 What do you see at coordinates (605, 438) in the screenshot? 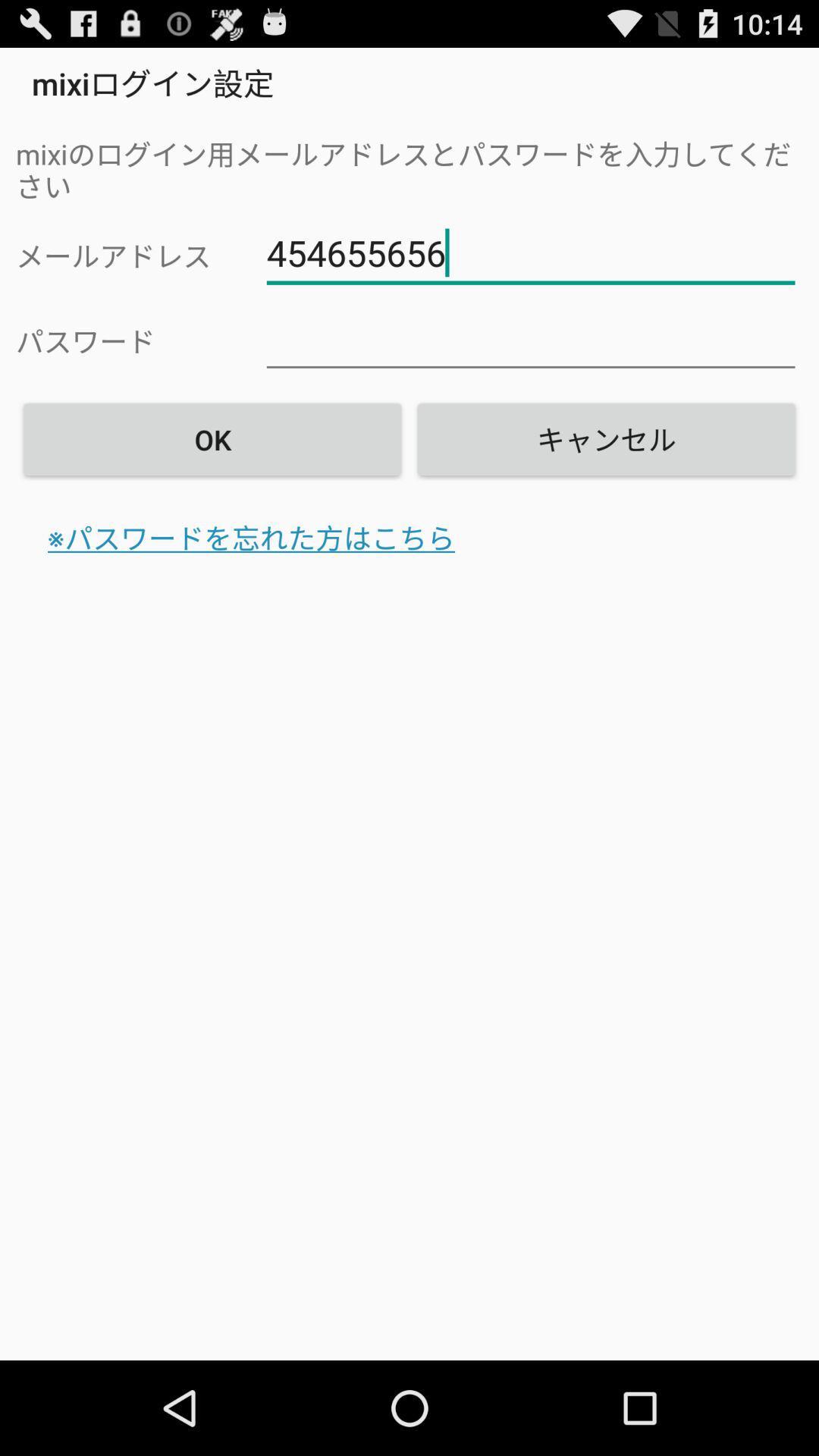
I see `icon next to ok icon` at bounding box center [605, 438].